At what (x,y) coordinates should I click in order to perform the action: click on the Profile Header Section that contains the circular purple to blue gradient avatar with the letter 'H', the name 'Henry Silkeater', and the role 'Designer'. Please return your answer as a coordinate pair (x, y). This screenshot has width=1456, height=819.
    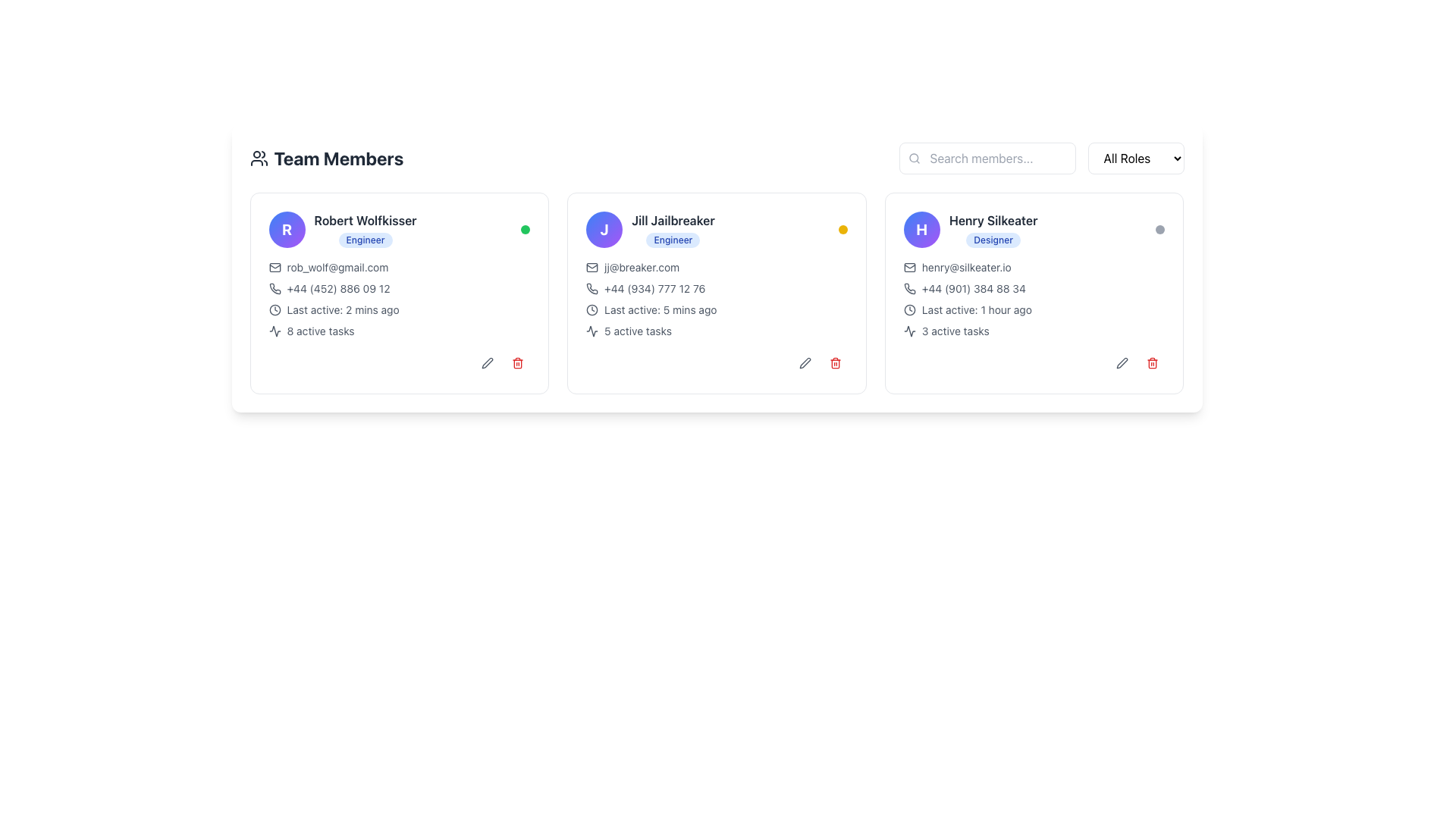
    Looking at the image, I should click on (1034, 230).